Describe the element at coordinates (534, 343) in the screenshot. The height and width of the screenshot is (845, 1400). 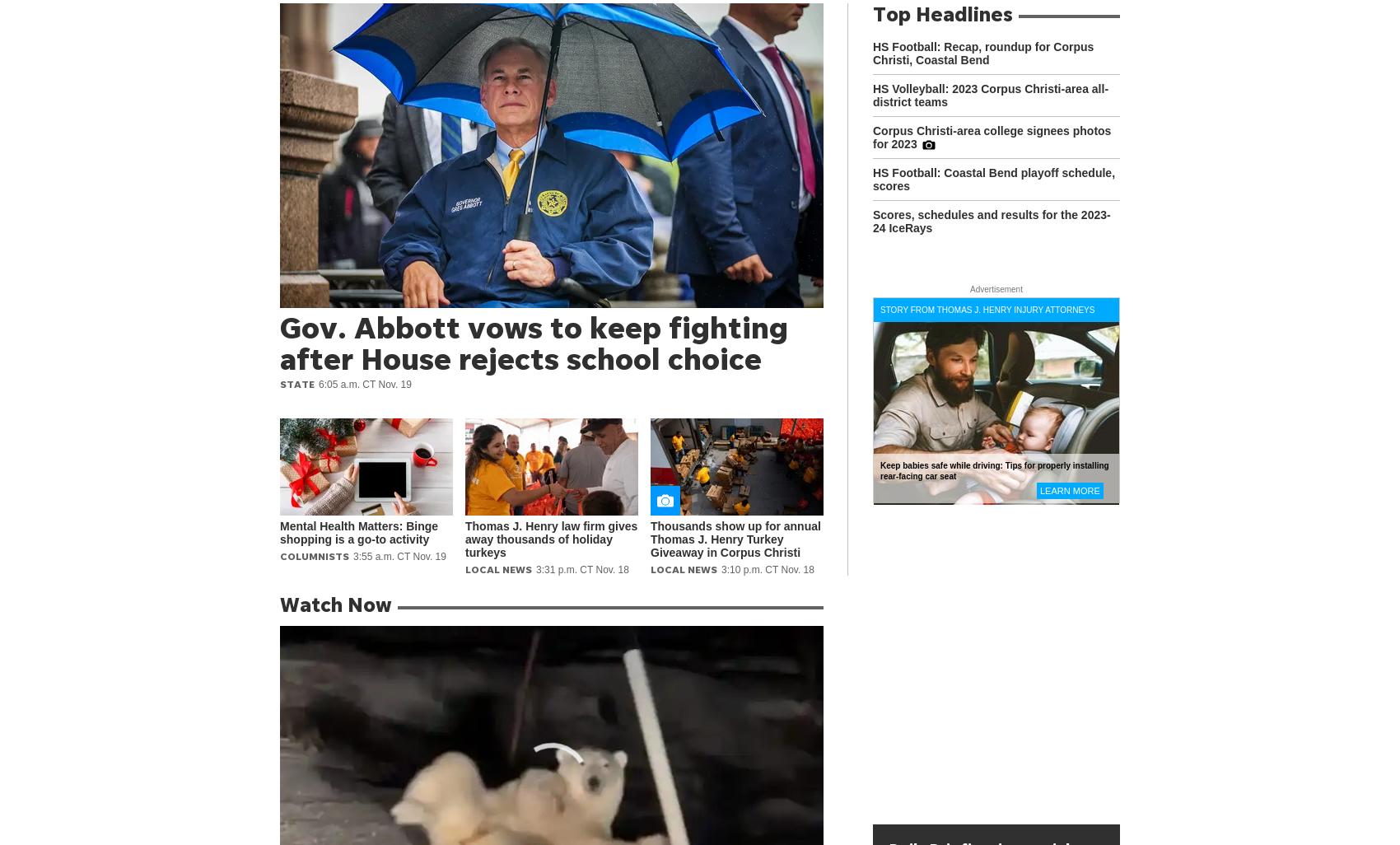
I see `'Gov. Abbott vows to keep fighting after House rejects school choice'` at that location.